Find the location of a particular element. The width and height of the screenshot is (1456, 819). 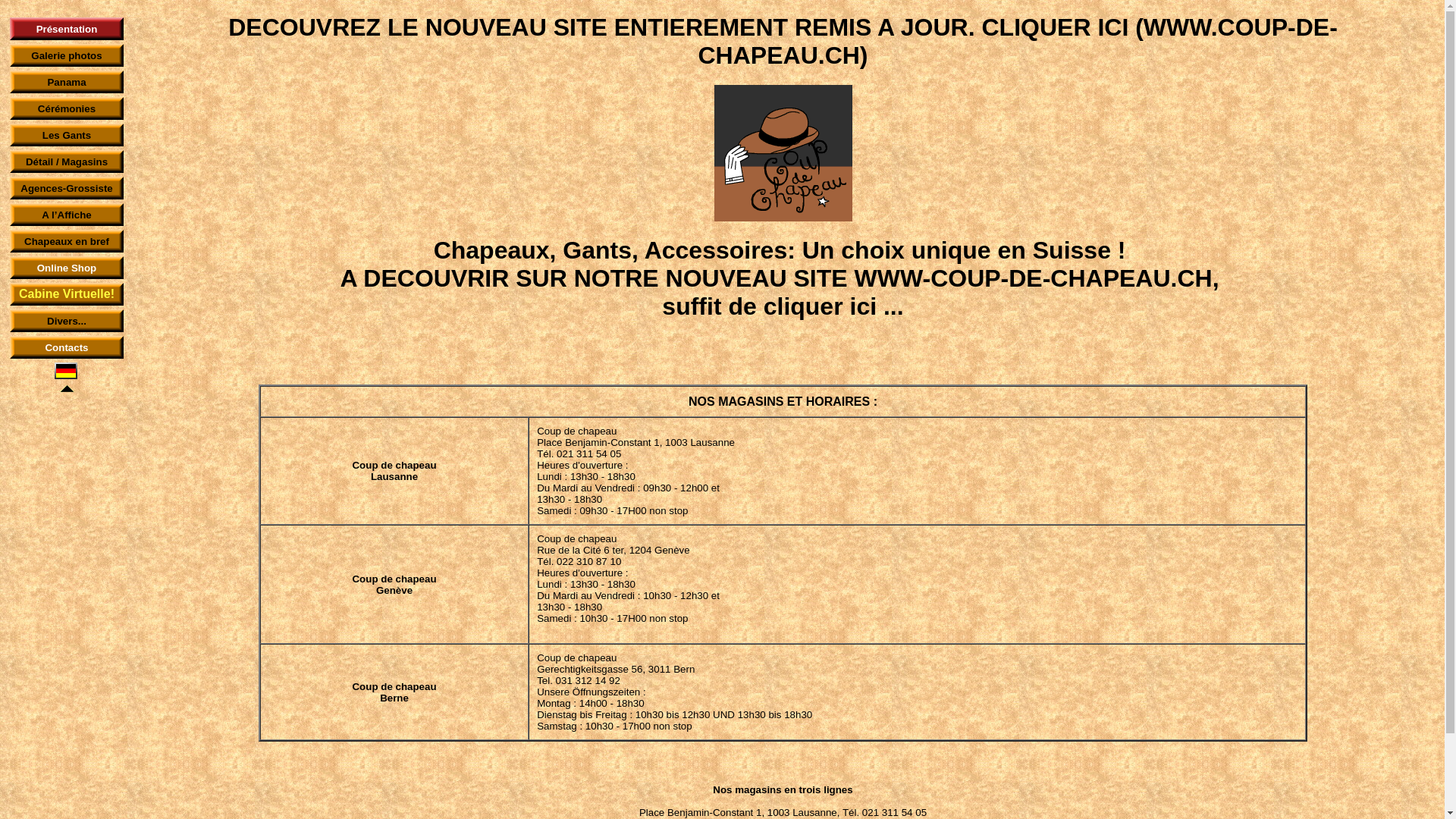

'Divers...' is located at coordinates (47, 320).